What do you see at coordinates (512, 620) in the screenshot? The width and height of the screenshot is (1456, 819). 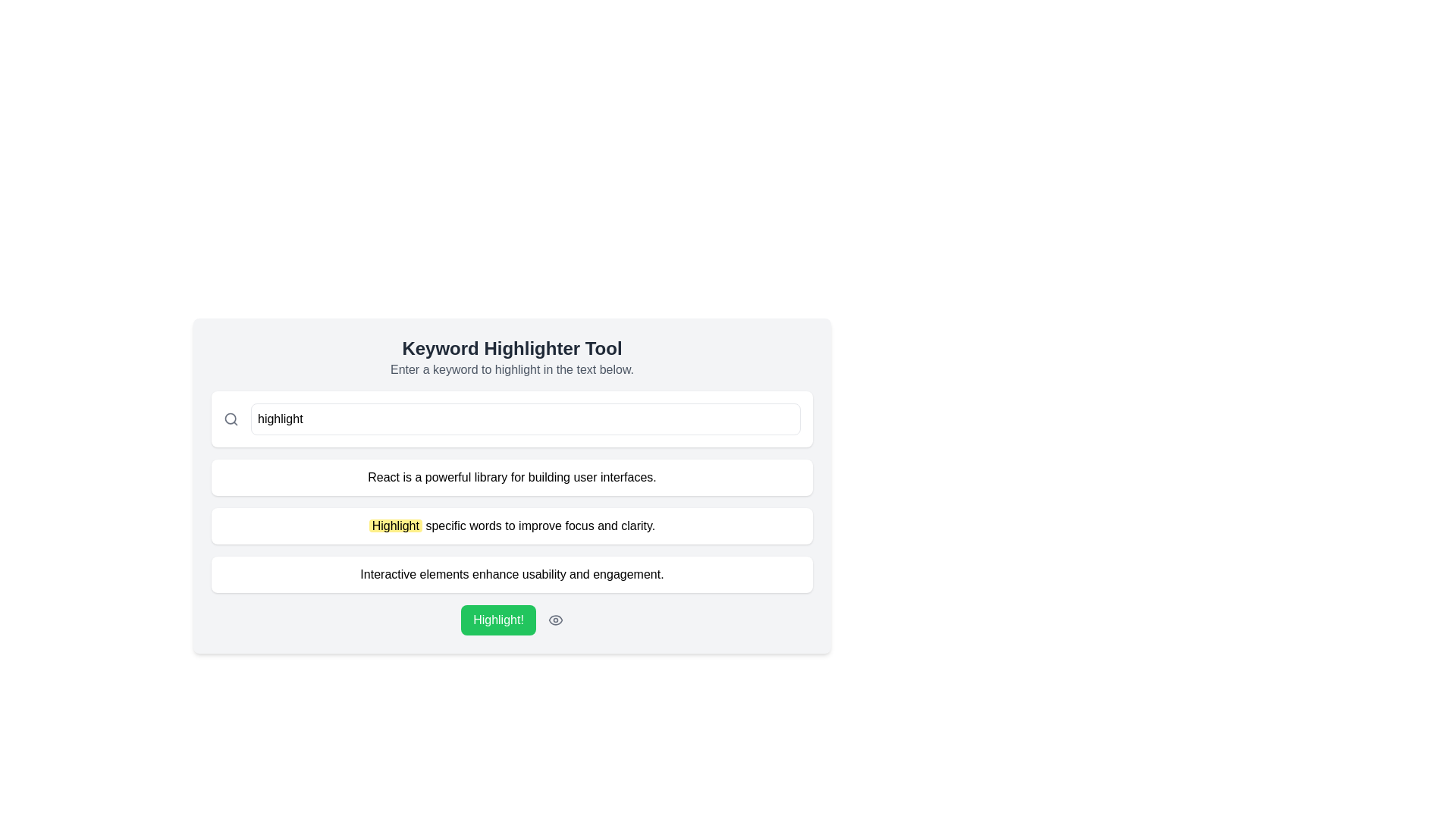 I see `the 'Highlight!' button with a green background and white text to observe the hover effect` at bounding box center [512, 620].